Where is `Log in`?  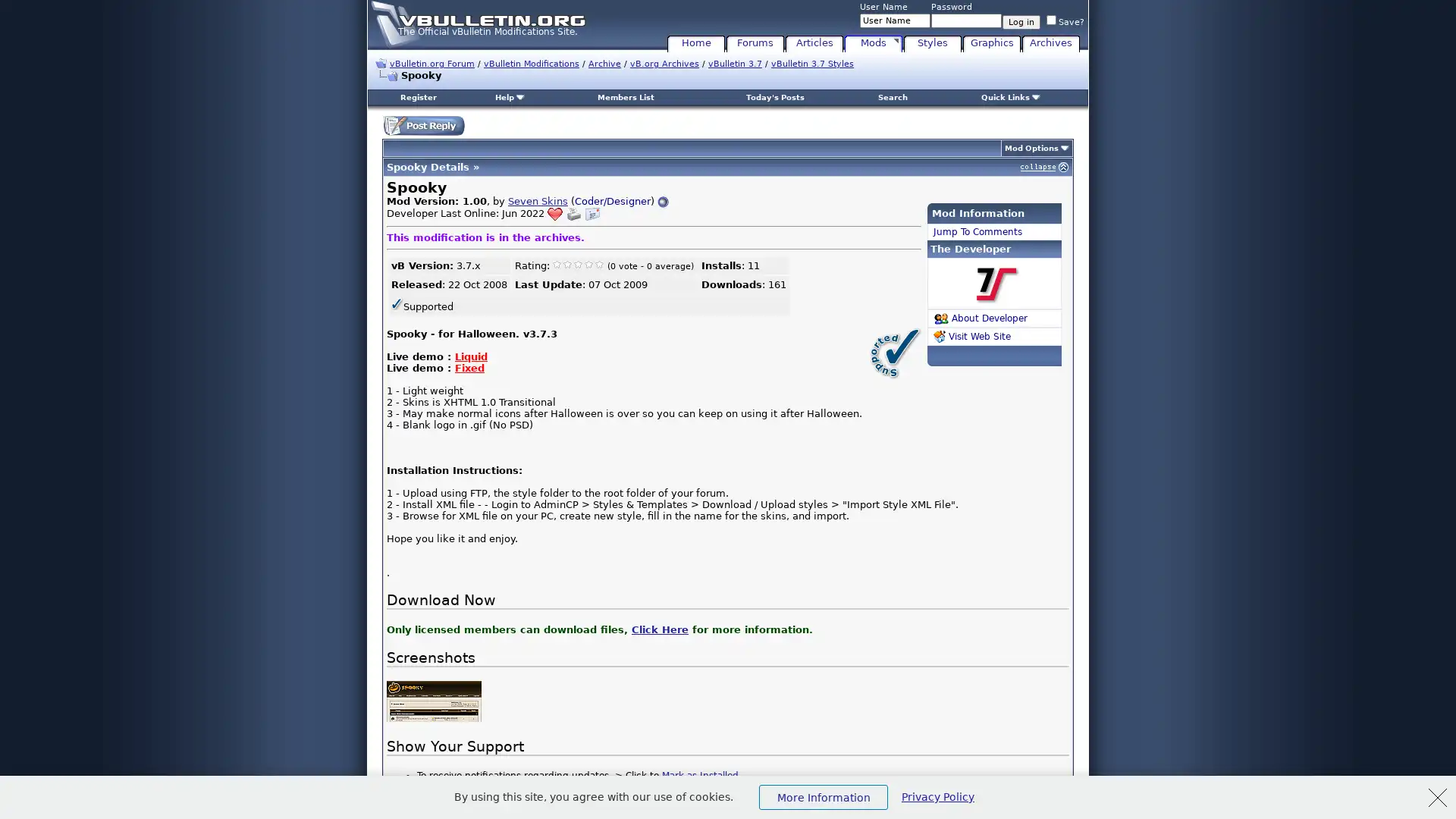
Log in is located at coordinates (1021, 21).